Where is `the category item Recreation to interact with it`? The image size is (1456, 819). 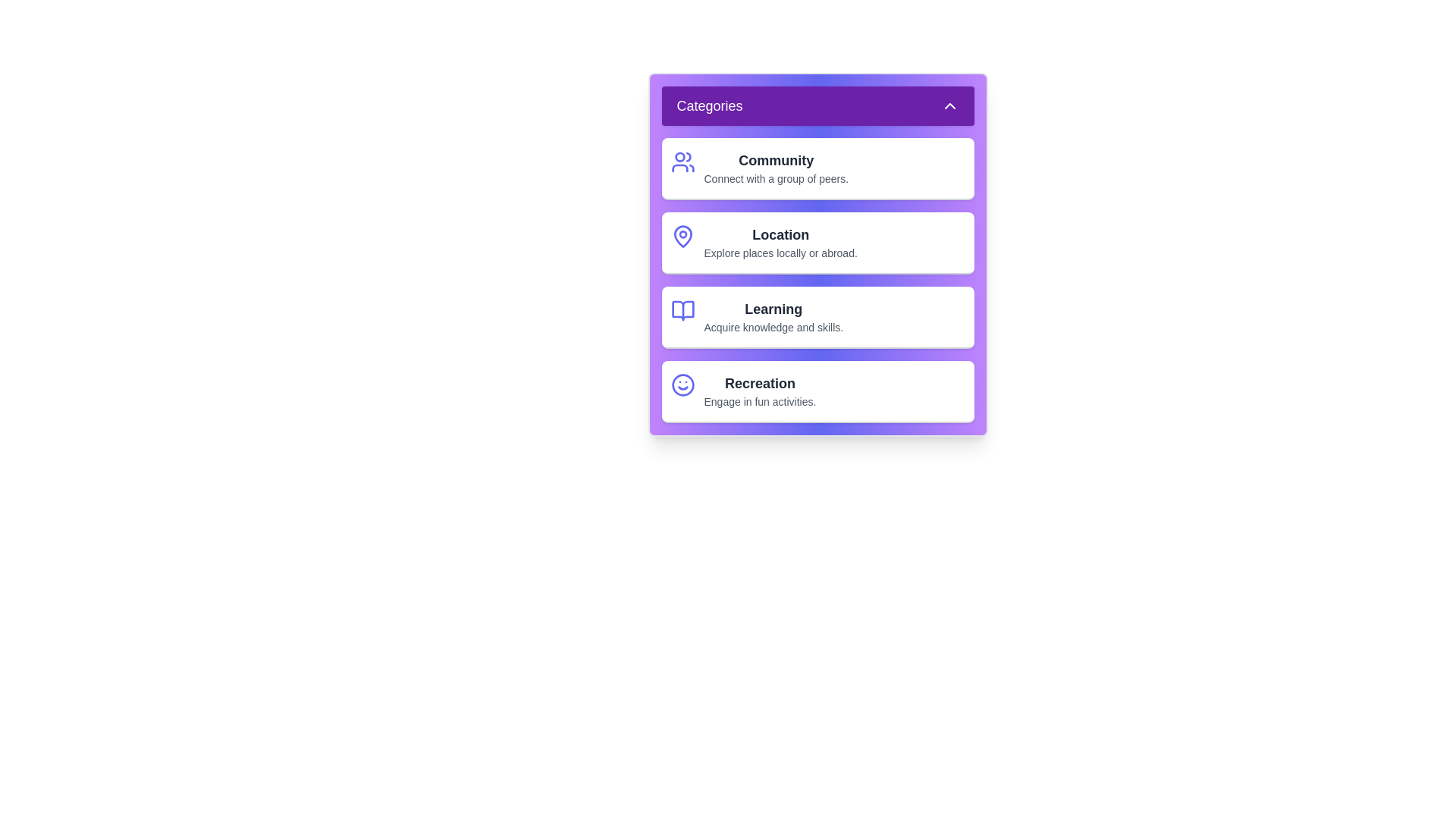 the category item Recreation to interact with it is located at coordinates (817, 391).